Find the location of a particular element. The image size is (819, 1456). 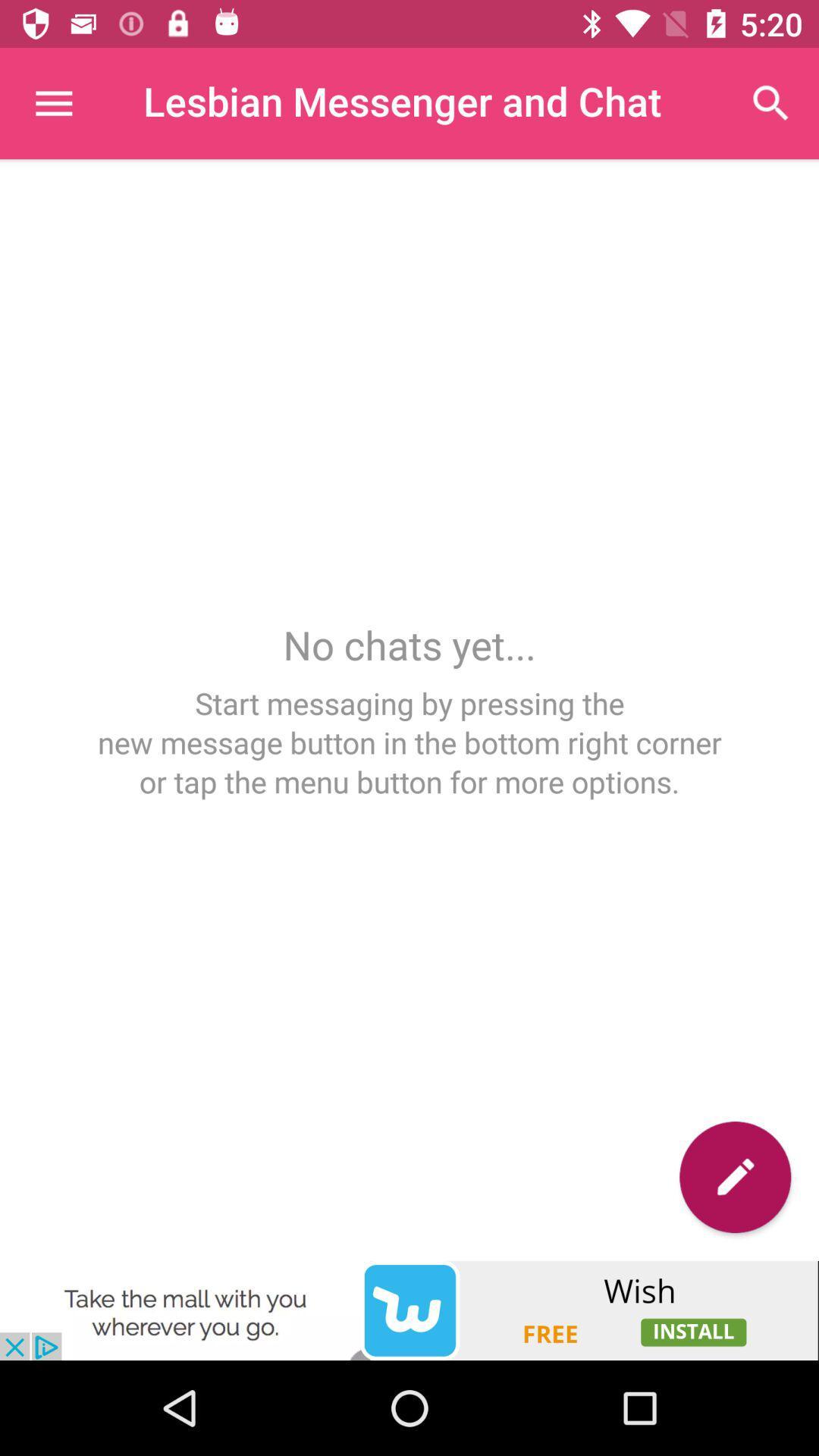

the edit icon is located at coordinates (734, 1176).